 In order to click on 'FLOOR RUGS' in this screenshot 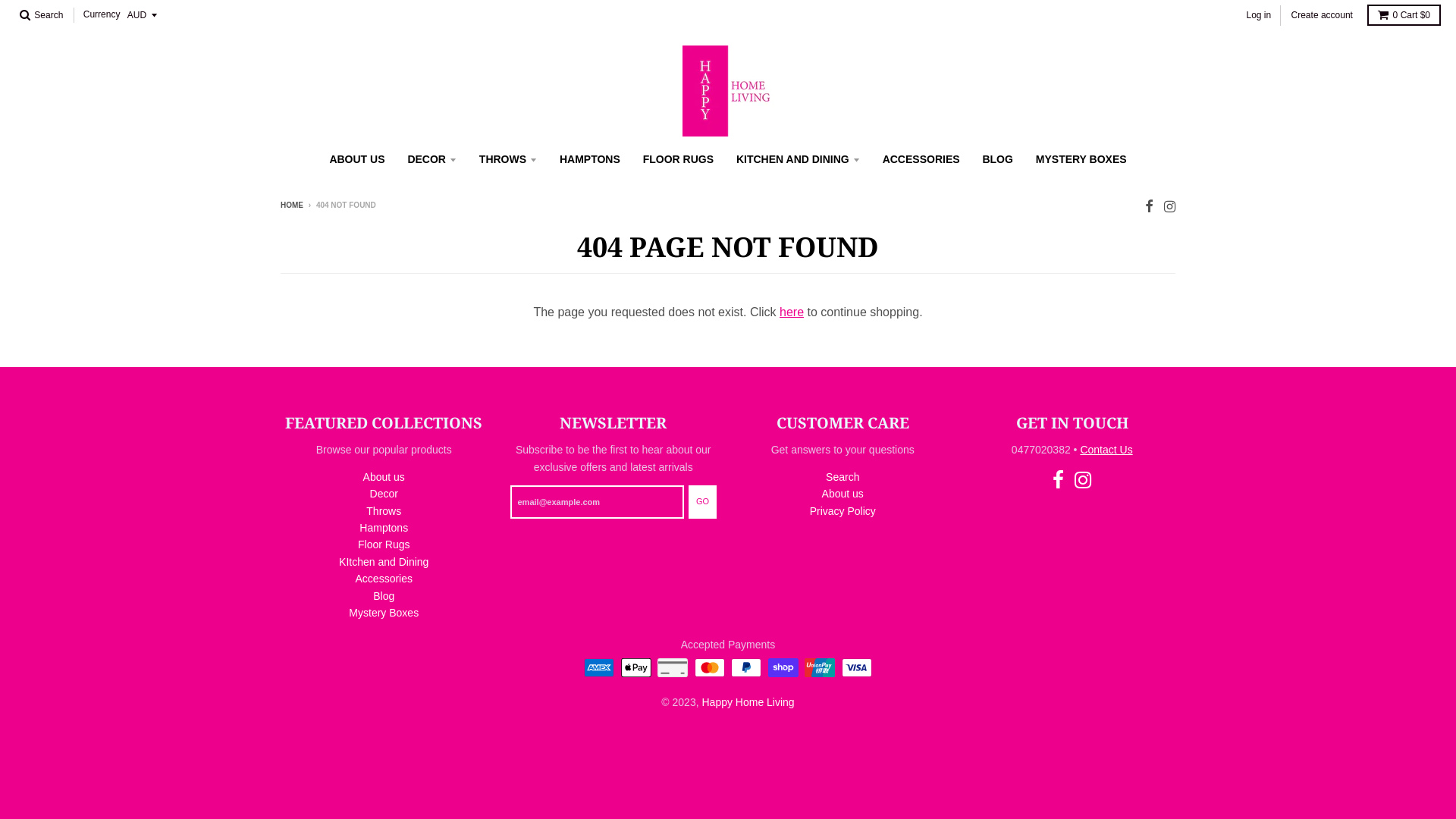, I will do `click(677, 158)`.